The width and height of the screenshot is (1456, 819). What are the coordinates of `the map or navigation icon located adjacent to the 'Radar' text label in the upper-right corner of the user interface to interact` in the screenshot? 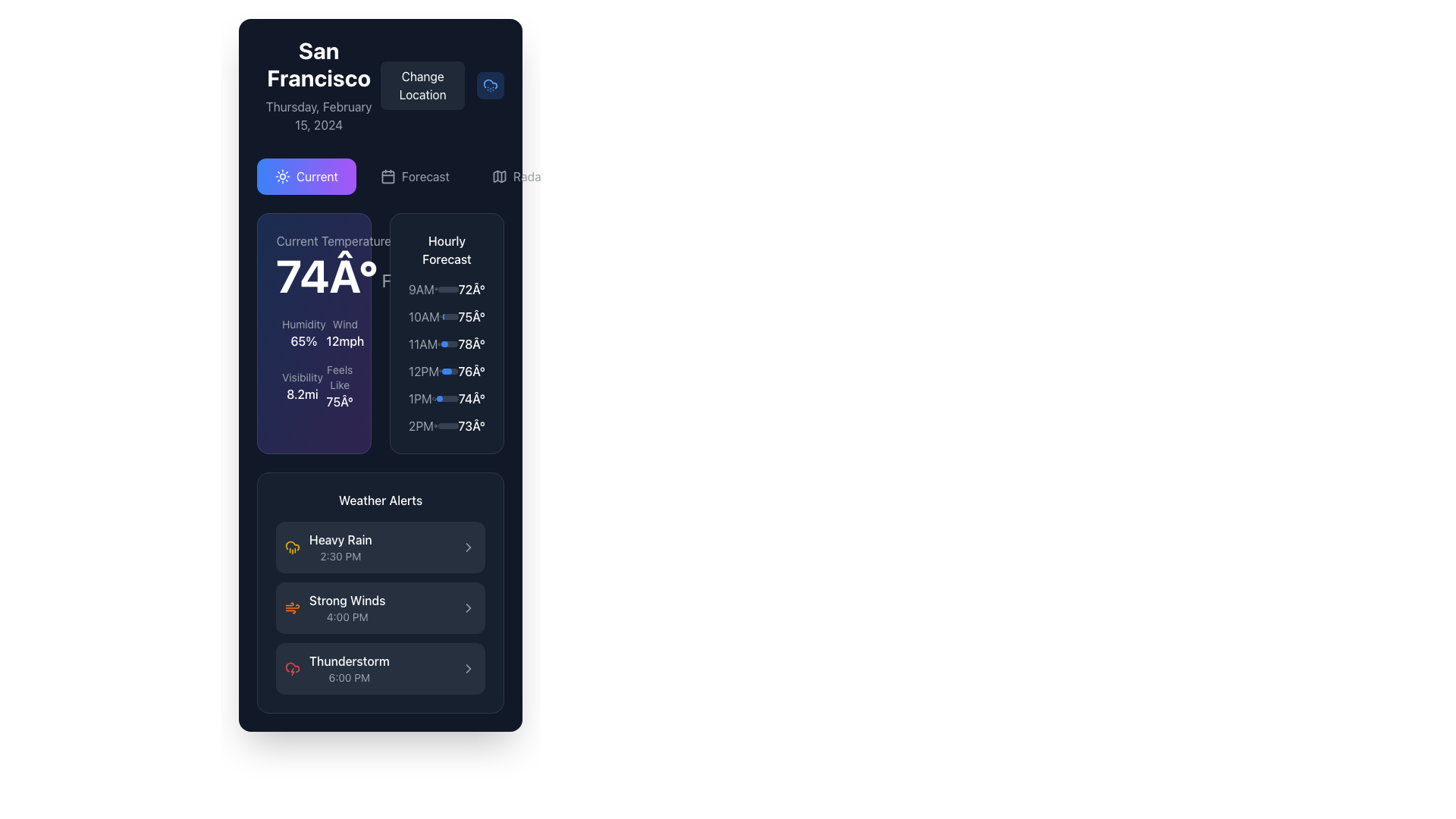 It's located at (499, 175).